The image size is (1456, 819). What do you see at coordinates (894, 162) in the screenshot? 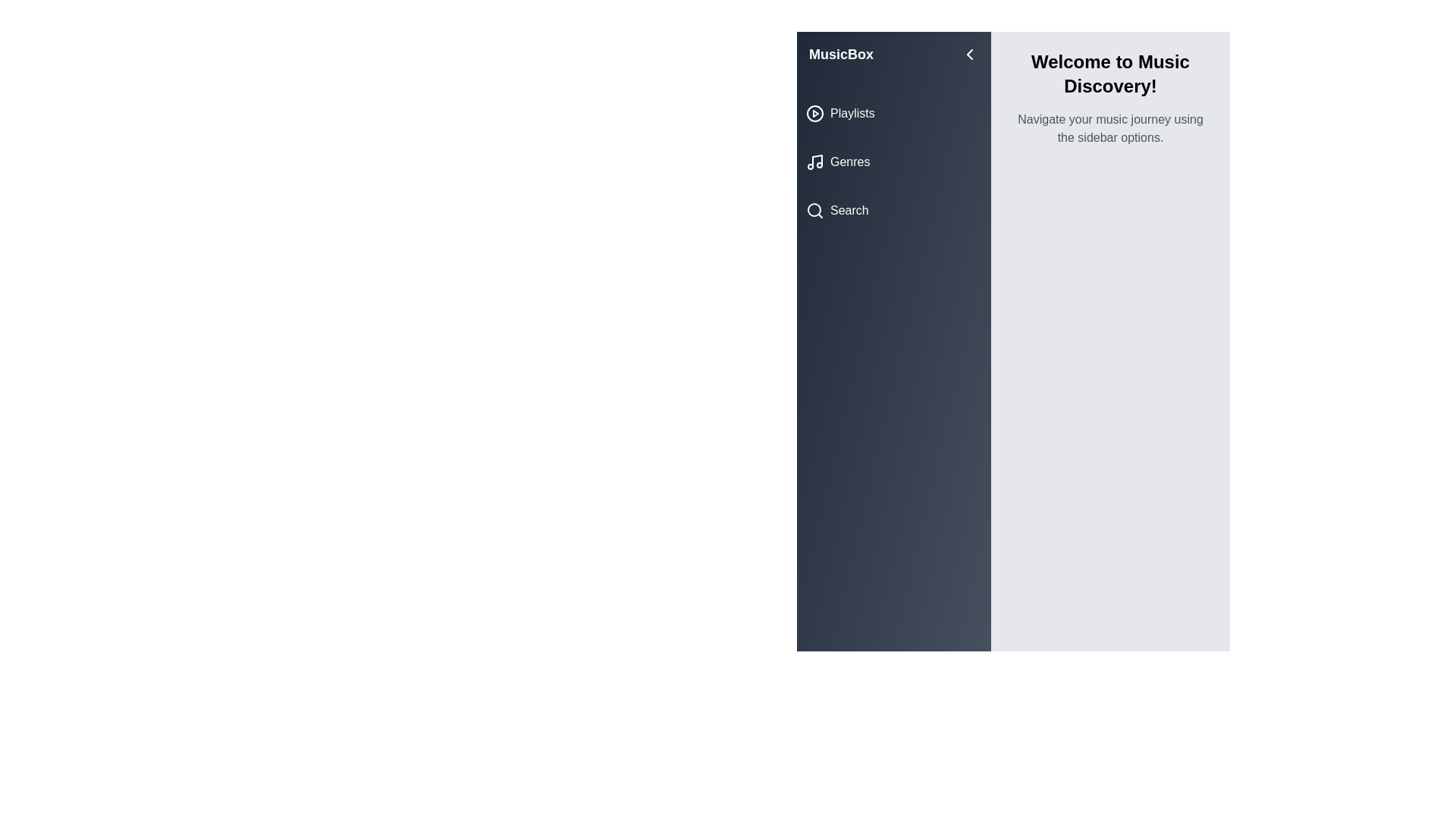
I see `the music category Genres from the sidebar` at bounding box center [894, 162].